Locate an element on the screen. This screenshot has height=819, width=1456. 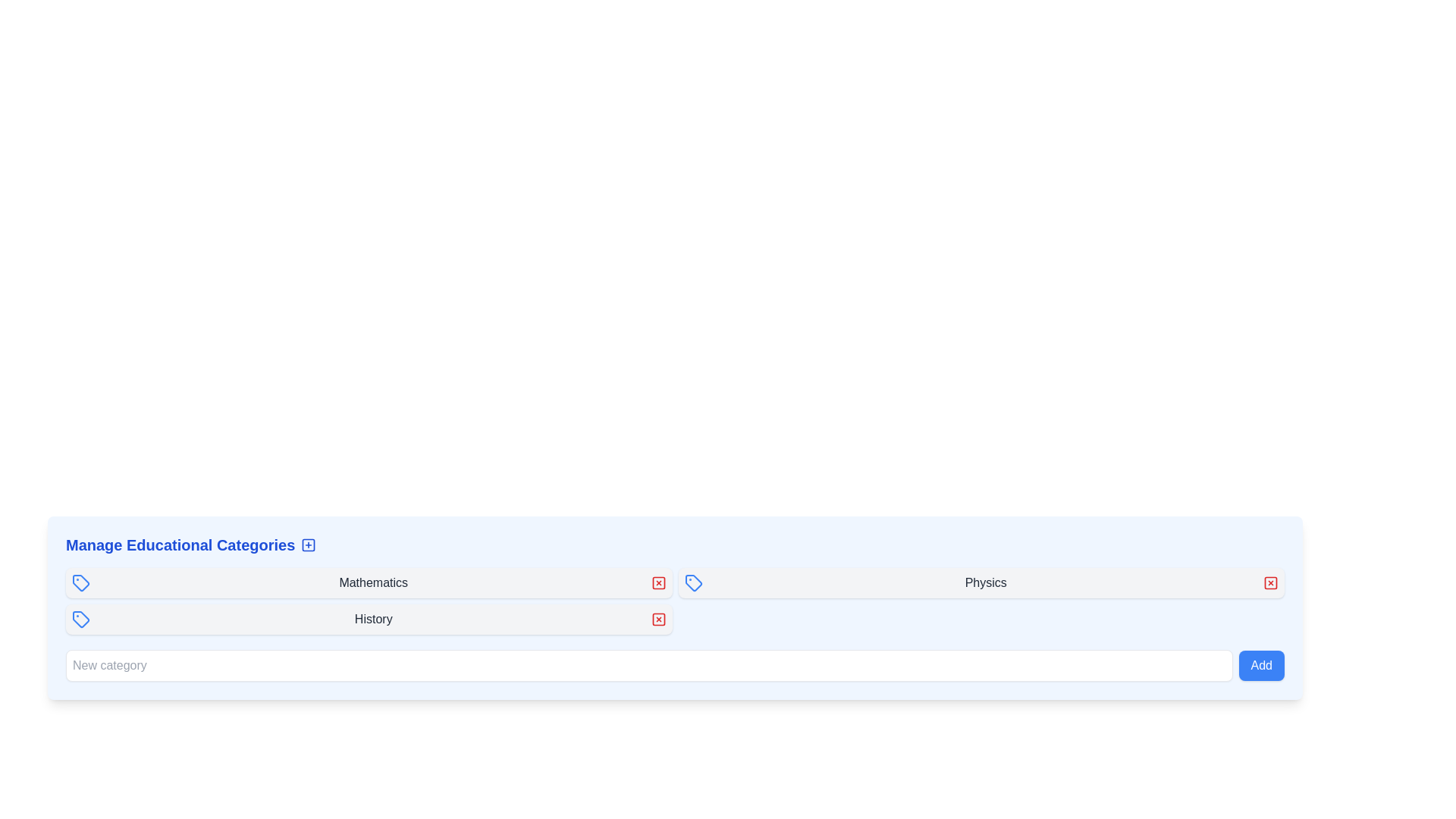
the button located to the right of the 'New category' text input field is located at coordinates (1261, 665).